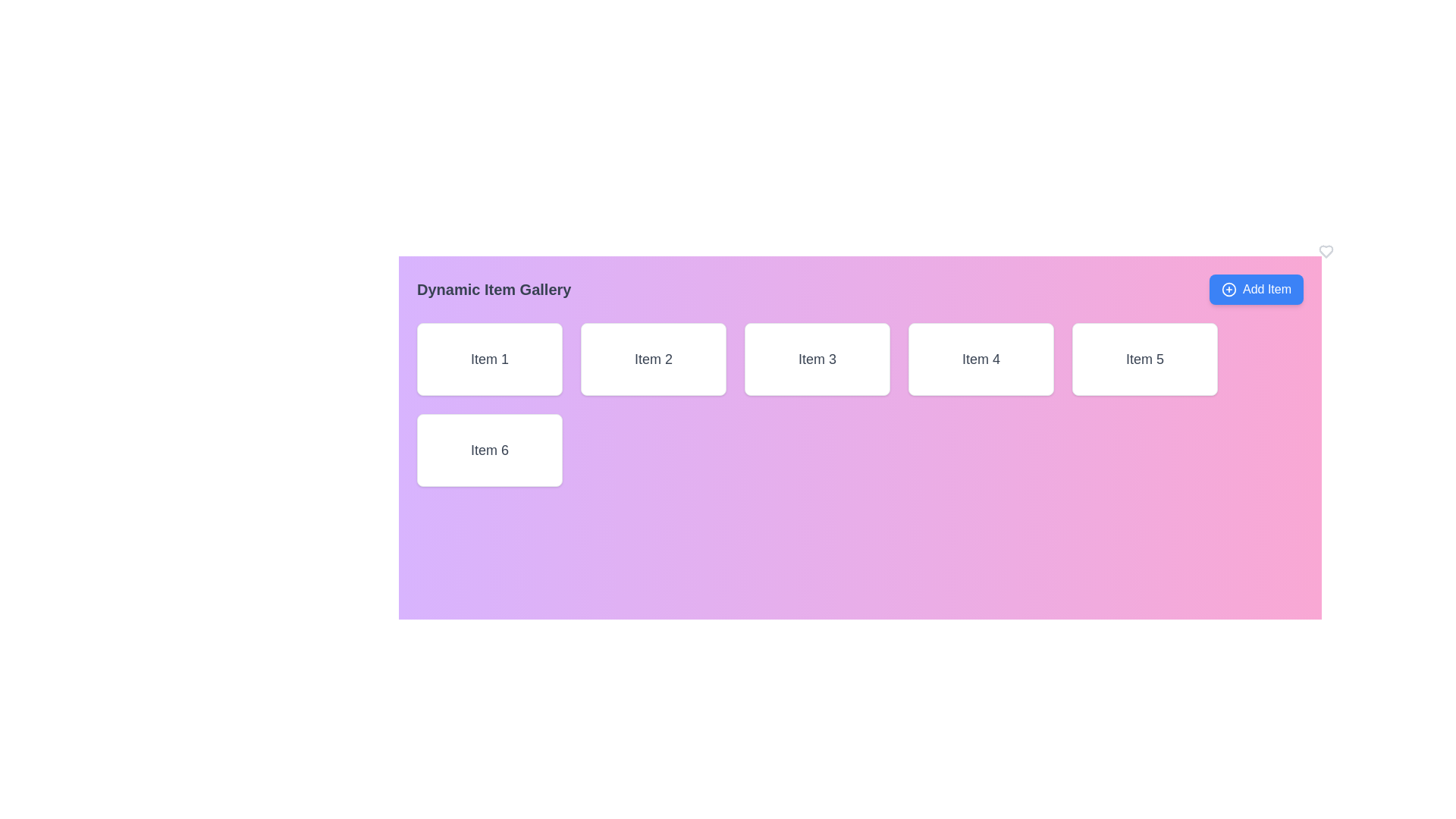  I want to click on the blue button labeled 'Add Item' with a plus sign icon to observe hover effects, so click(1256, 289).